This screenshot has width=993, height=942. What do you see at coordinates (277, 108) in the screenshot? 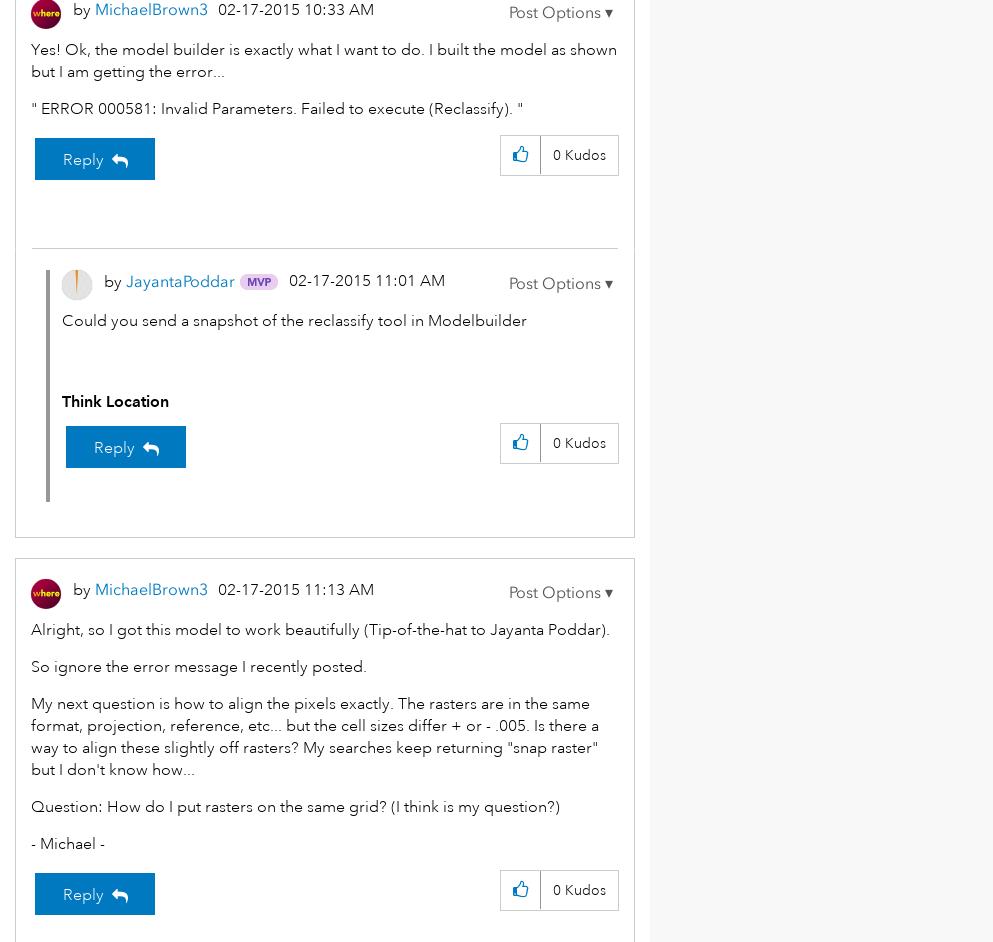
I see `'" ERROR 000581: Invalid Parameters. Failed to execute (Reclassify). "'` at bounding box center [277, 108].